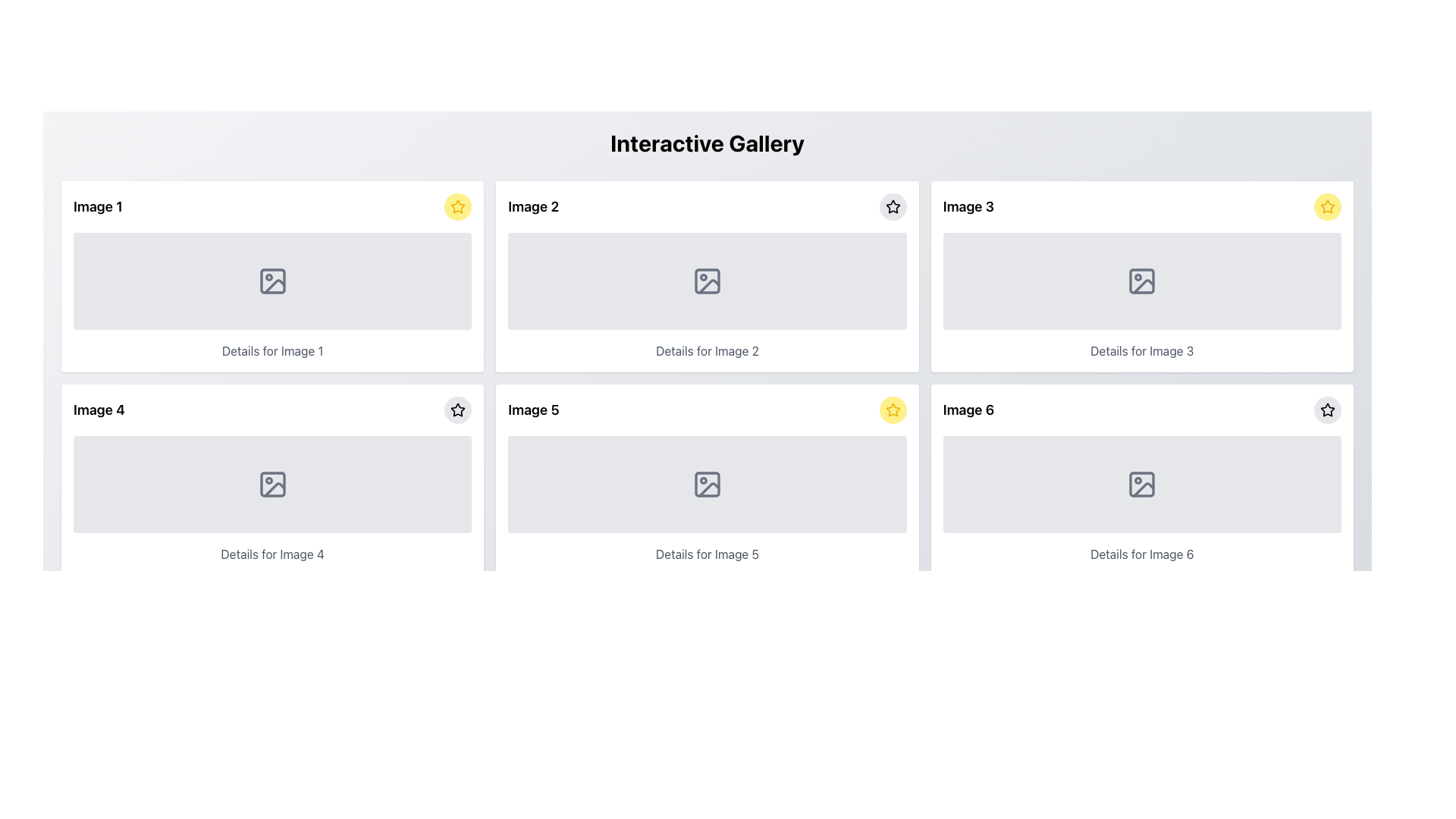  What do you see at coordinates (1327, 207) in the screenshot?
I see `the yellow star icon located in the top-right section of the interactive gallery` at bounding box center [1327, 207].